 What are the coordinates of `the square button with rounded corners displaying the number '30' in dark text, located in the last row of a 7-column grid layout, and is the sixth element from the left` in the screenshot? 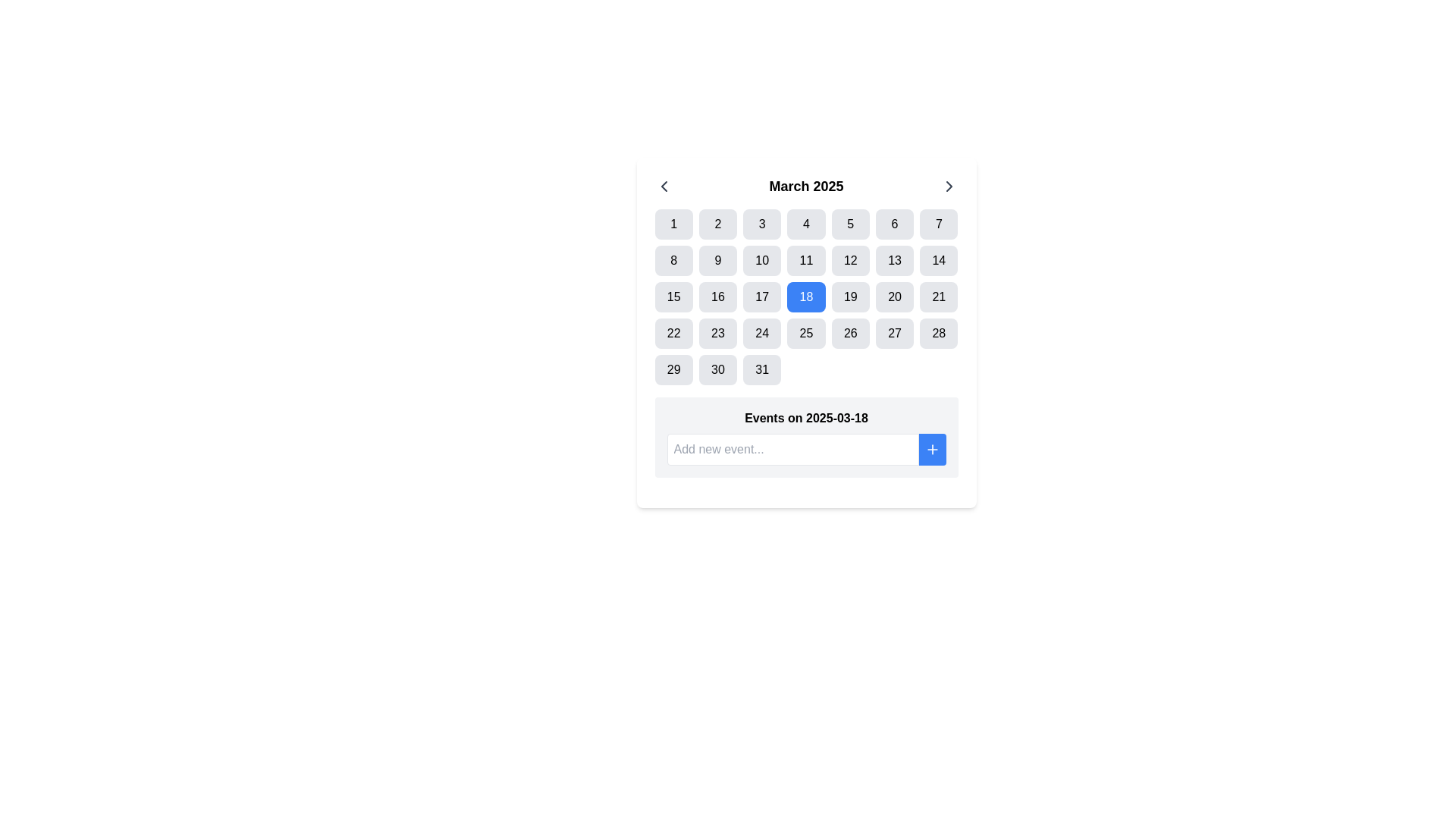 It's located at (717, 370).